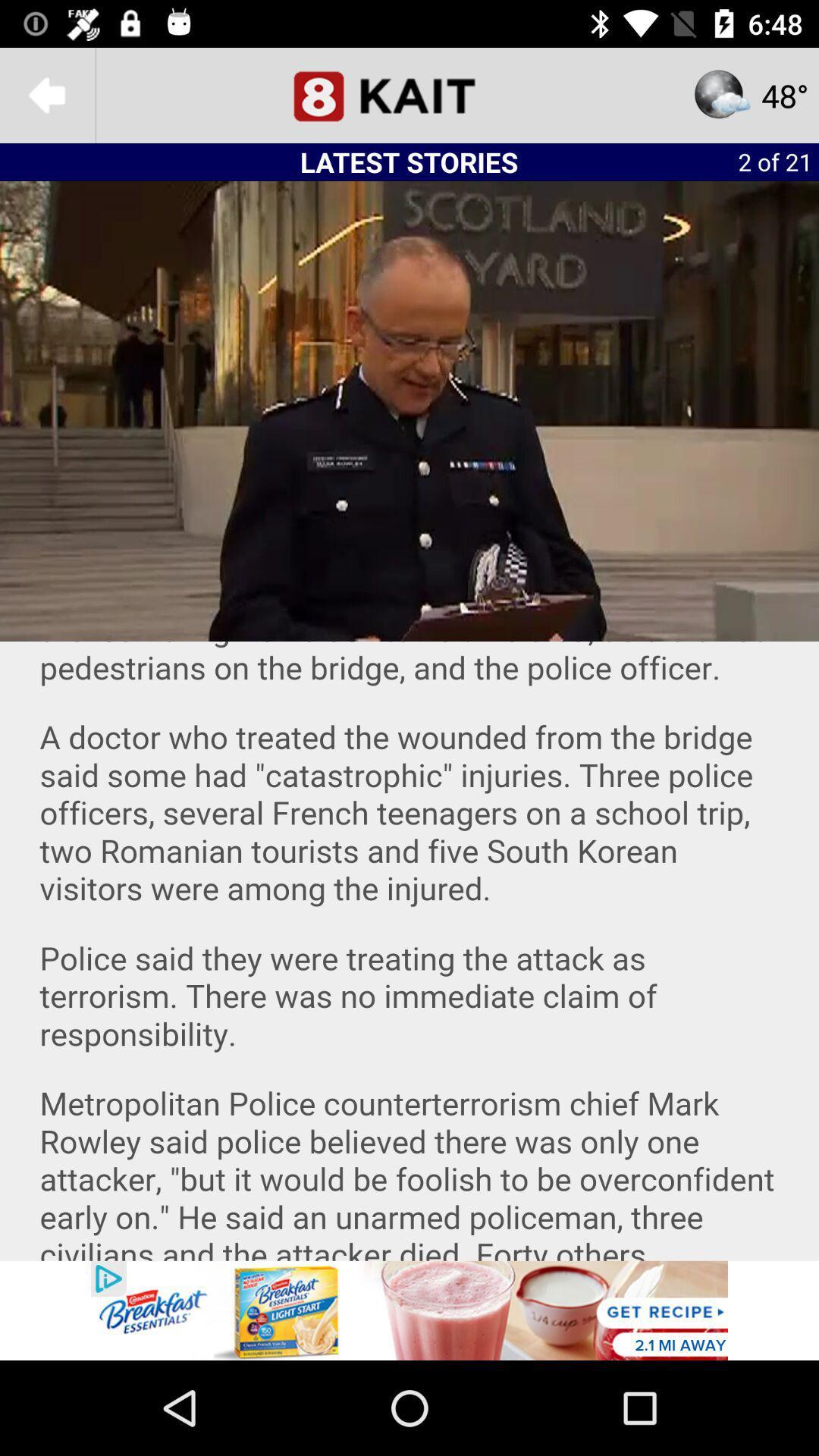  I want to click on previous page, so click(46, 94).